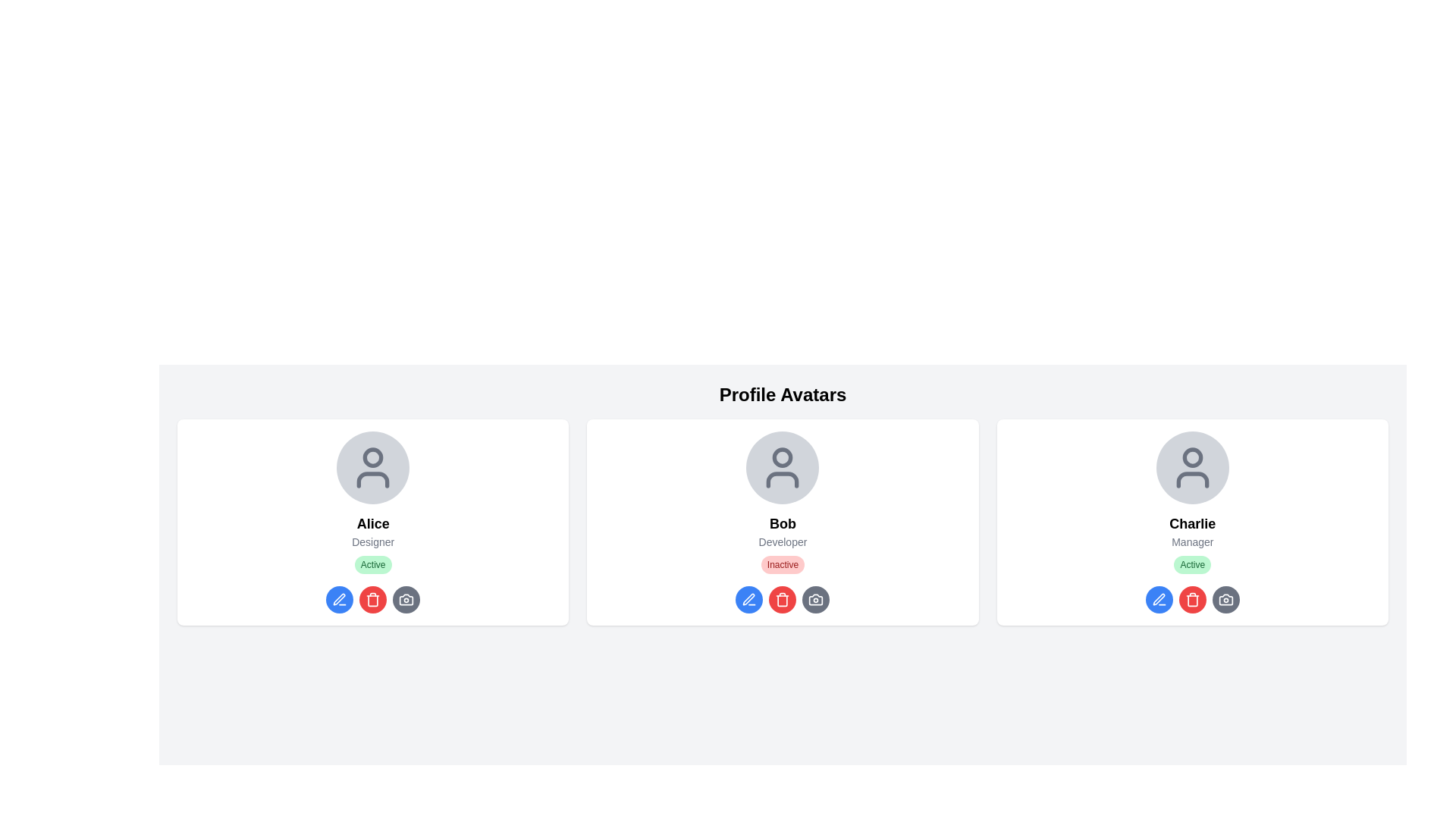 Image resolution: width=1456 pixels, height=819 pixels. Describe the element at coordinates (1191, 467) in the screenshot. I see `the User Profile Placeholder which is a circular UI component with a light gray background, a white border, and a user icon resembling a person's silhouette, located in the top section of the card associated with 'Charlie'` at that location.